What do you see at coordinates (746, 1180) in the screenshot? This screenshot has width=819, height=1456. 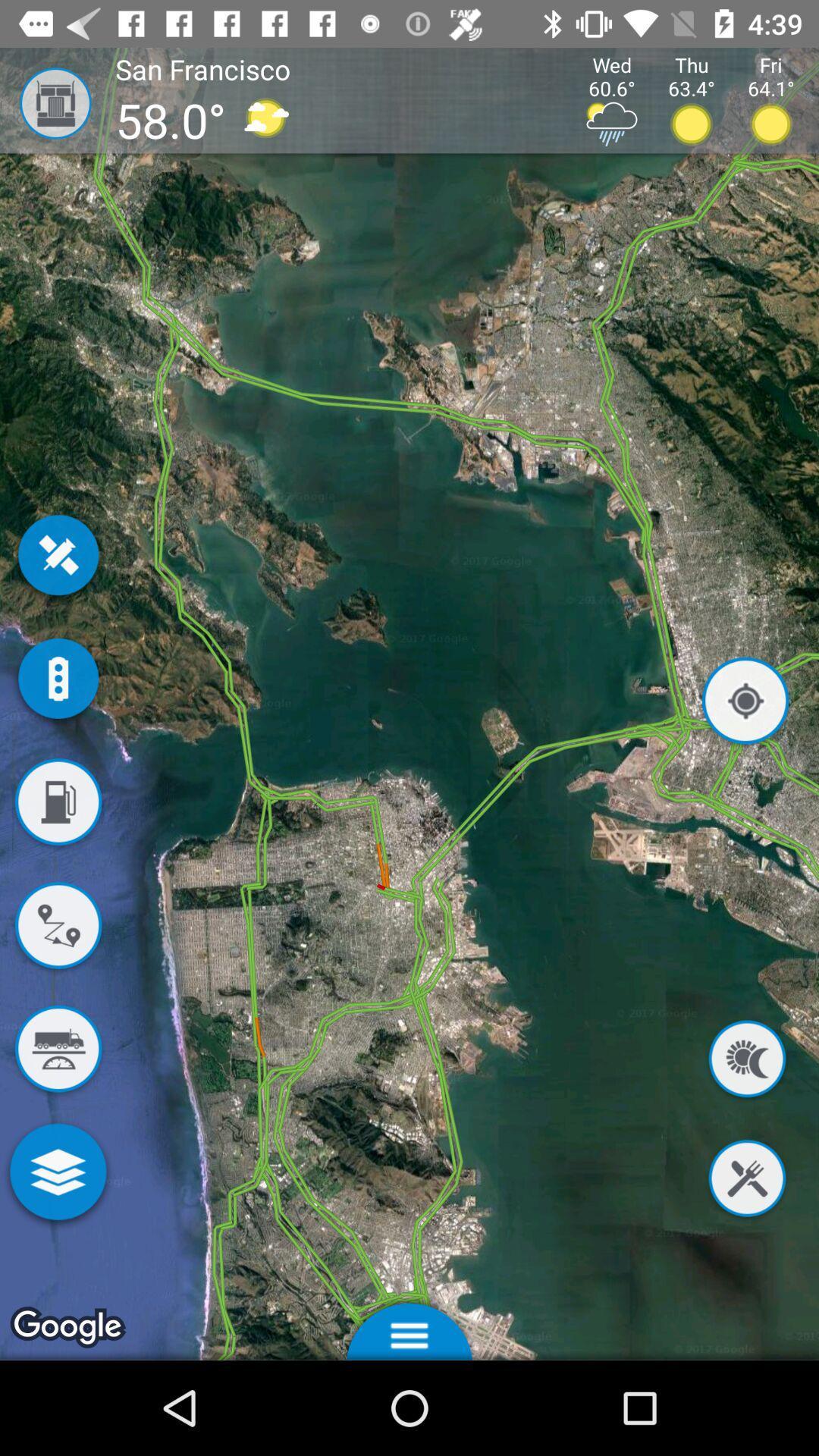 I see `food near me option` at bounding box center [746, 1180].